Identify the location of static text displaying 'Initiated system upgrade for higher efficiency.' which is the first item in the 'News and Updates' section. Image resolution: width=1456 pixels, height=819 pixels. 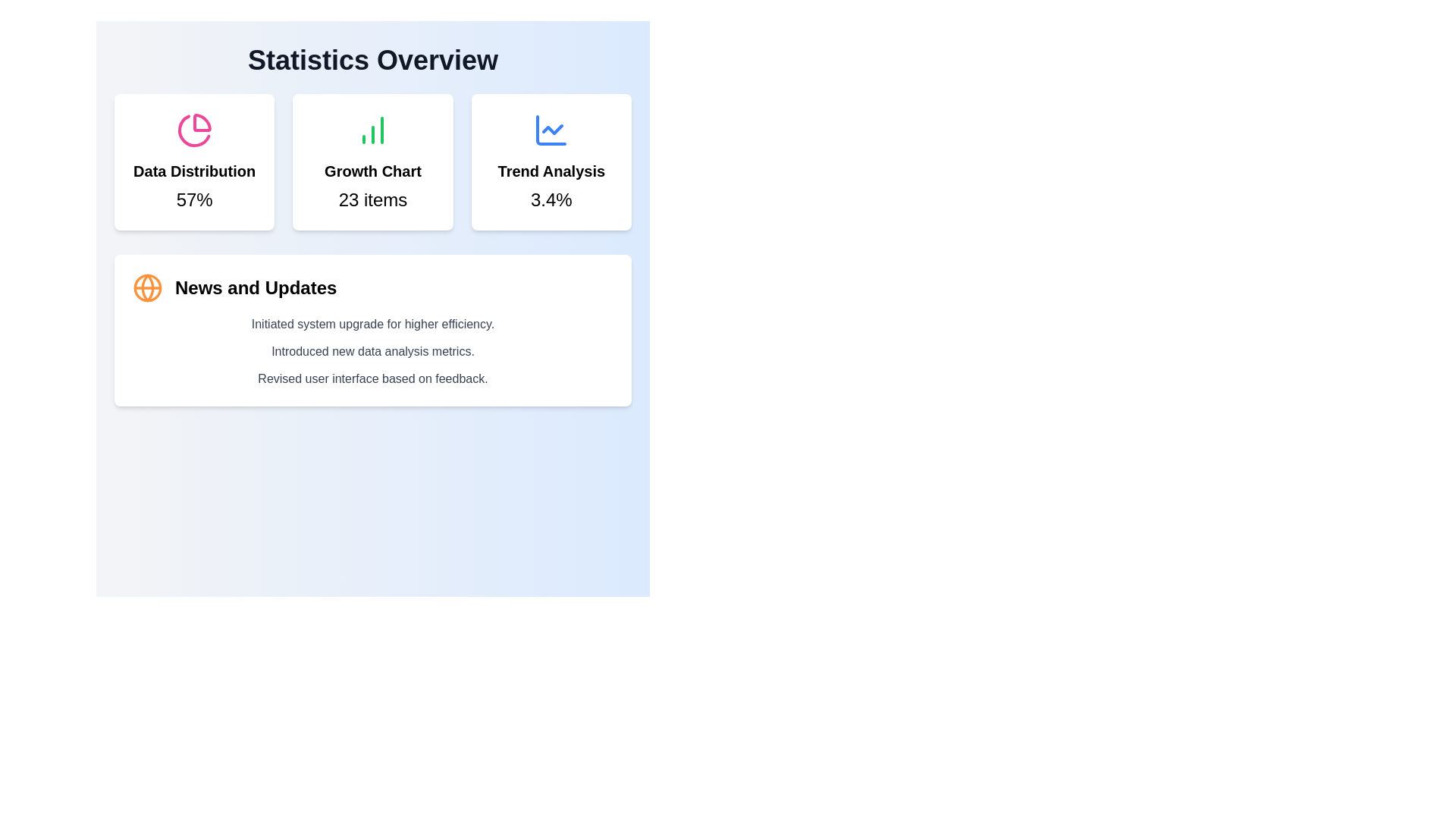
(372, 324).